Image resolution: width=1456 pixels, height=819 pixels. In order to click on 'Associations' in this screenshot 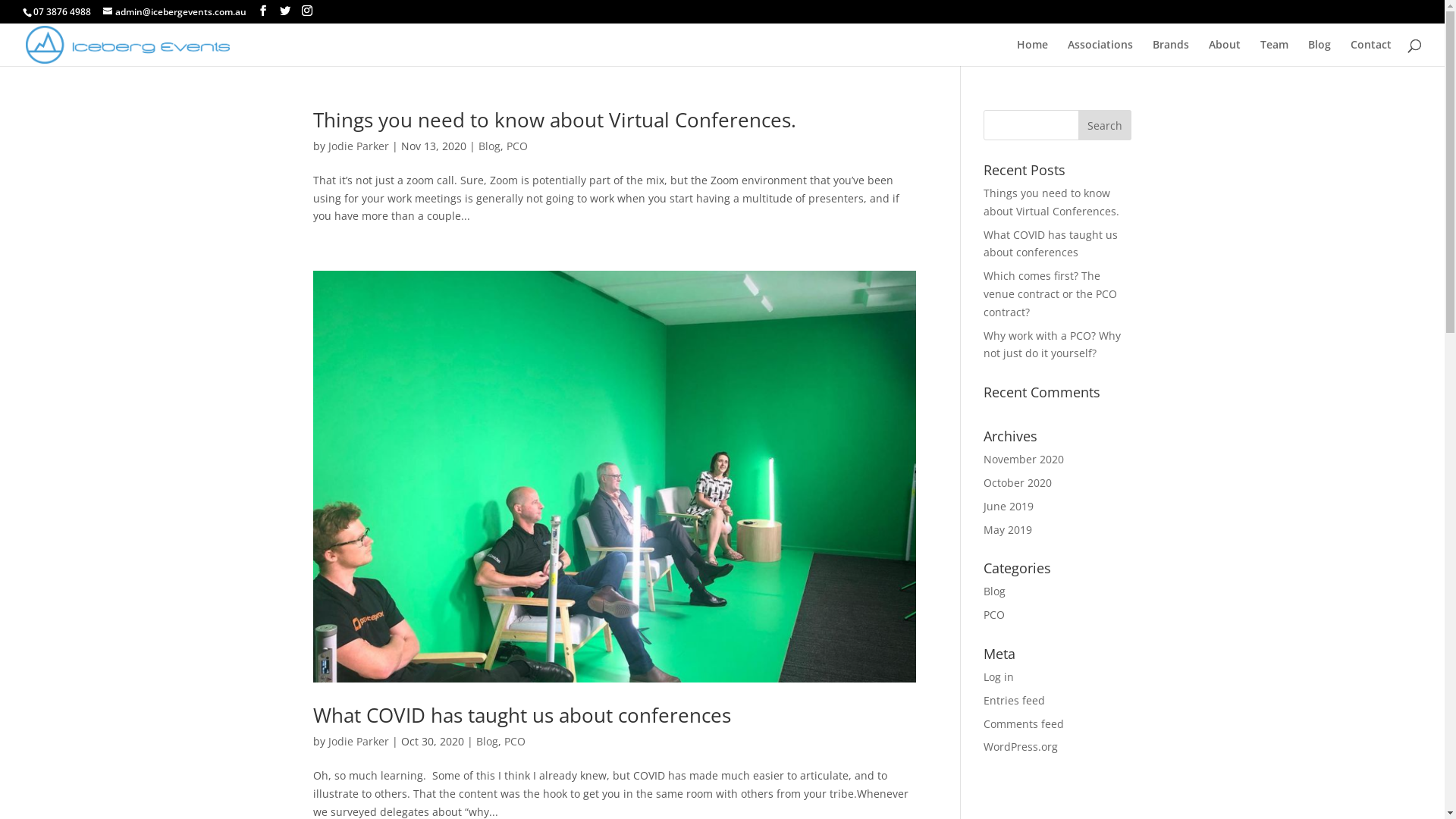, I will do `click(1100, 52)`.